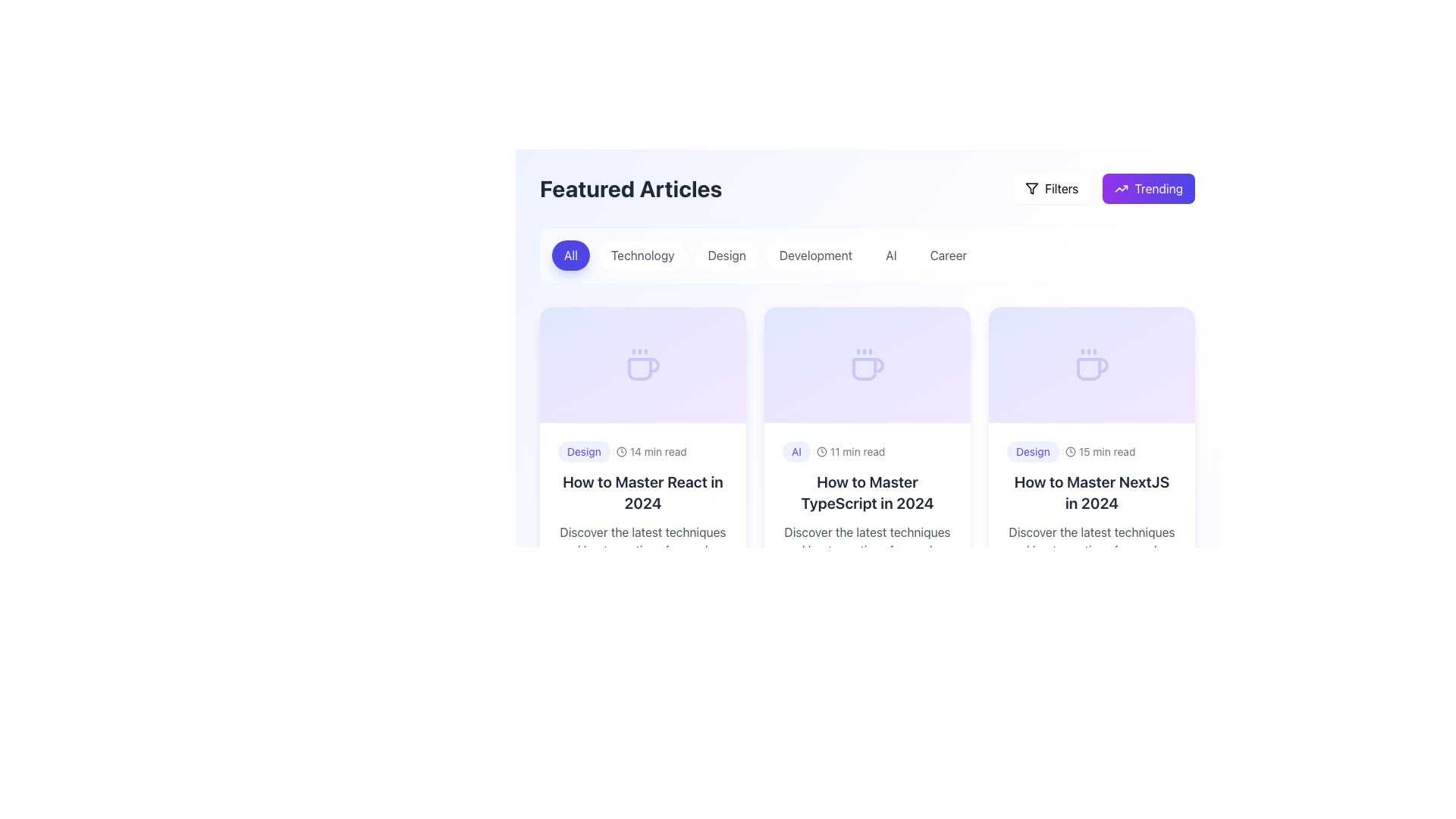  Describe the element at coordinates (868, 369) in the screenshot. I see `the coffee-cup icon located in the top-center region of the article card titled 'How to Master TypeScript in 2024'` at that location.